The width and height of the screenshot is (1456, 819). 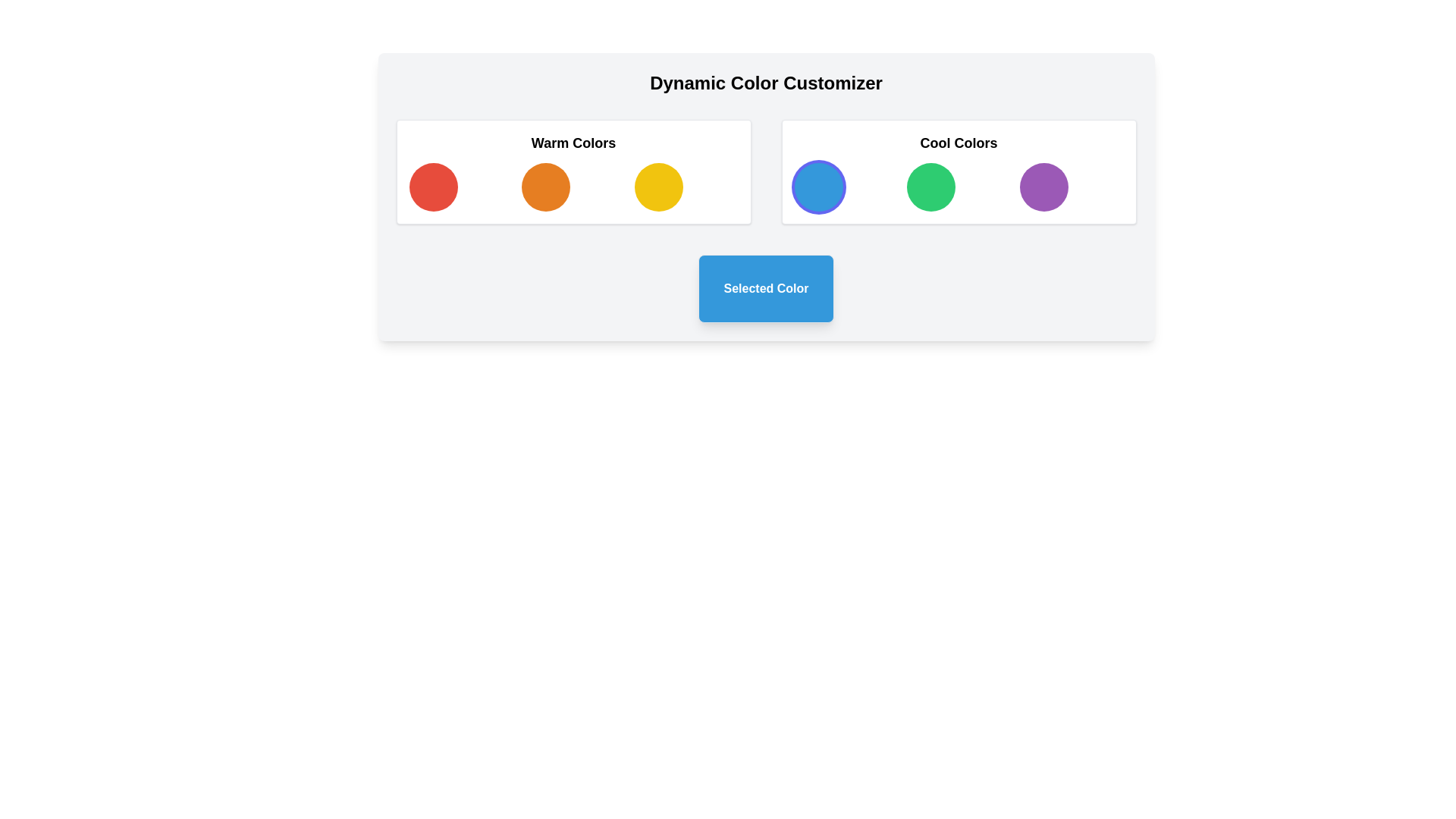 I want to click on the rectangular button with rounded corners and a blue background labeled 'Selected Color' located at the bottom of the interface, so click(x=766, y=289).